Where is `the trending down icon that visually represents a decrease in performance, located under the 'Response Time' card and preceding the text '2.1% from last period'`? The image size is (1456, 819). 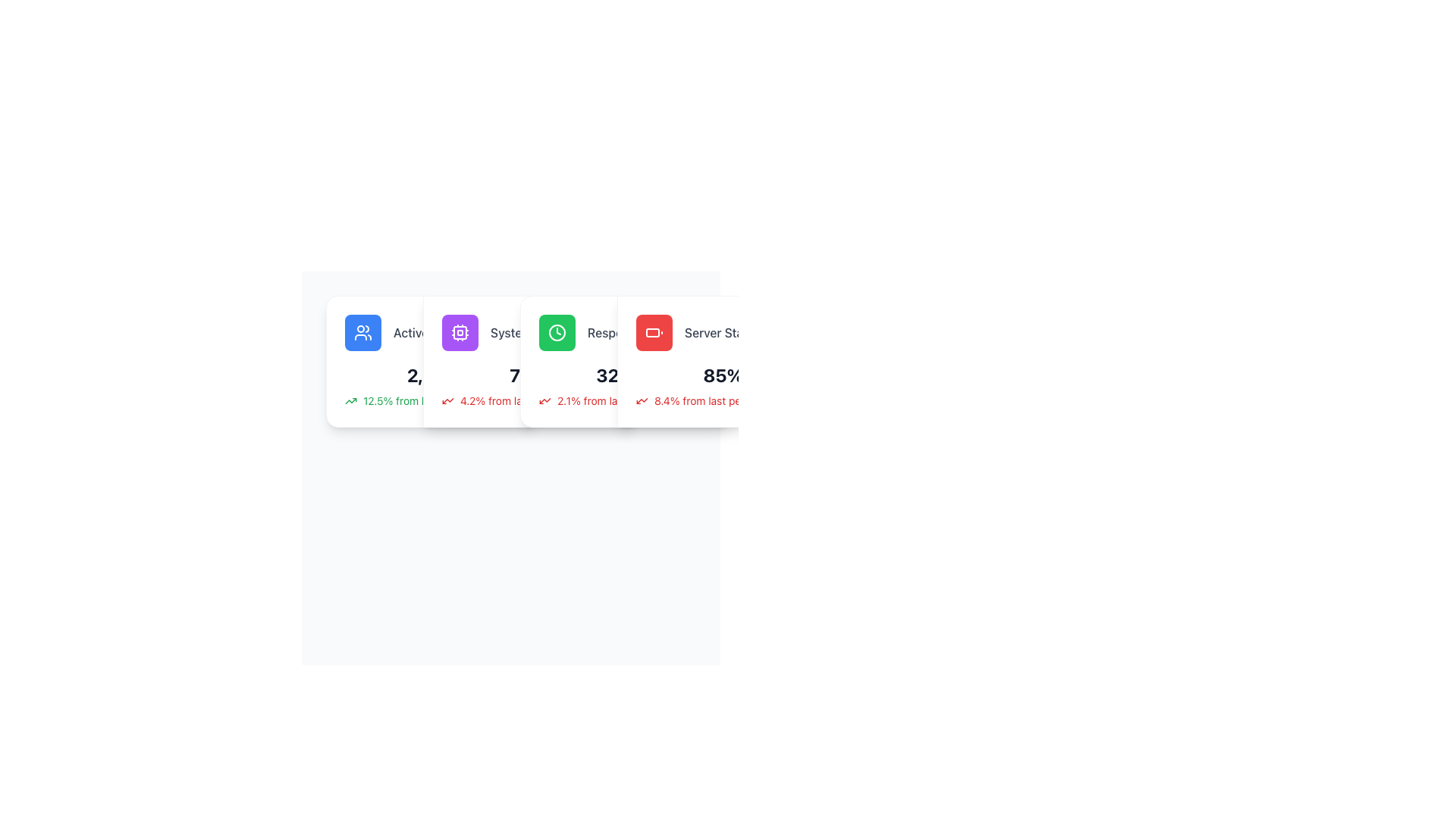 the trending down icon that visually represents a decrease in performance, located under the 'Response Time' card and preceding the text '2.1% from last period' is located at coordinates (545, 400).